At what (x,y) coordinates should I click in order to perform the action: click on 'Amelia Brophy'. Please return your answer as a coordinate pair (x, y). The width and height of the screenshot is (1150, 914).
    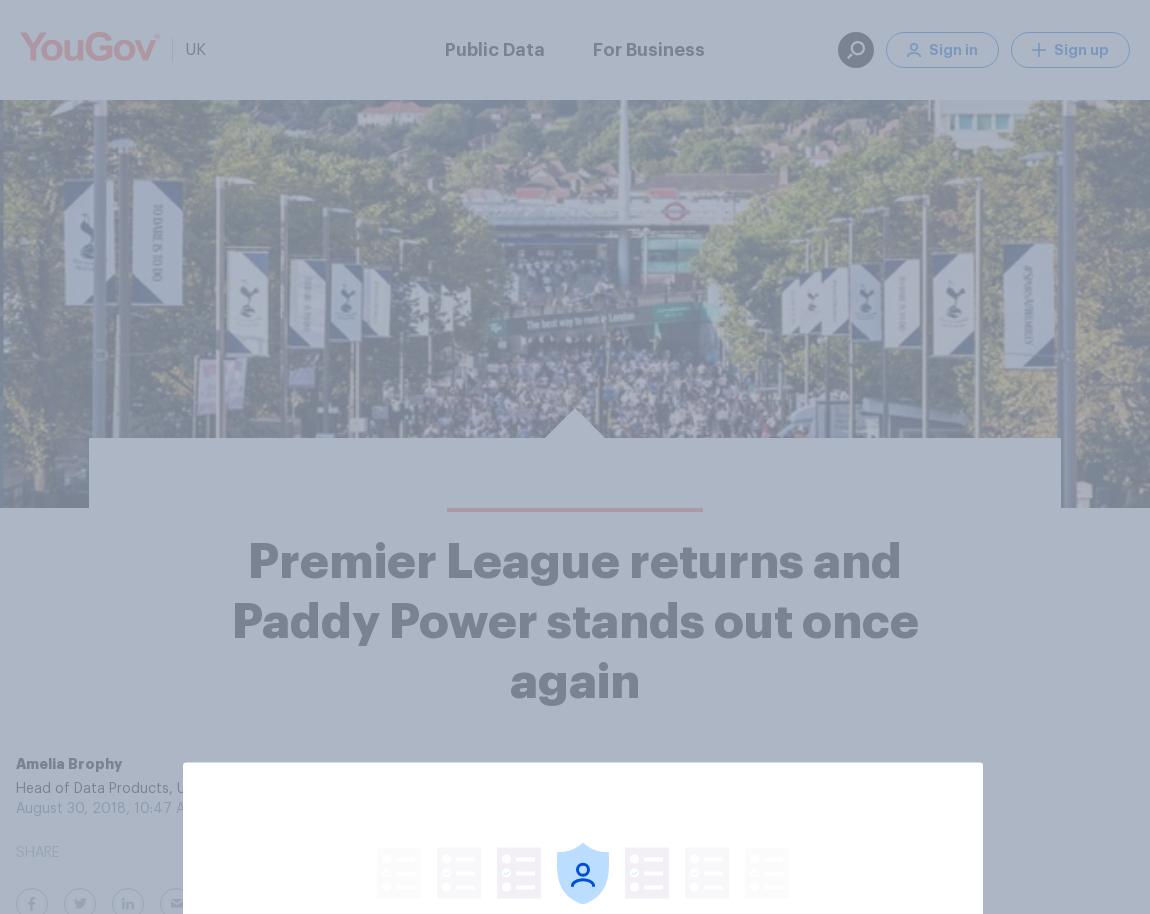
    Looking at the image, I should click on (68, 764).